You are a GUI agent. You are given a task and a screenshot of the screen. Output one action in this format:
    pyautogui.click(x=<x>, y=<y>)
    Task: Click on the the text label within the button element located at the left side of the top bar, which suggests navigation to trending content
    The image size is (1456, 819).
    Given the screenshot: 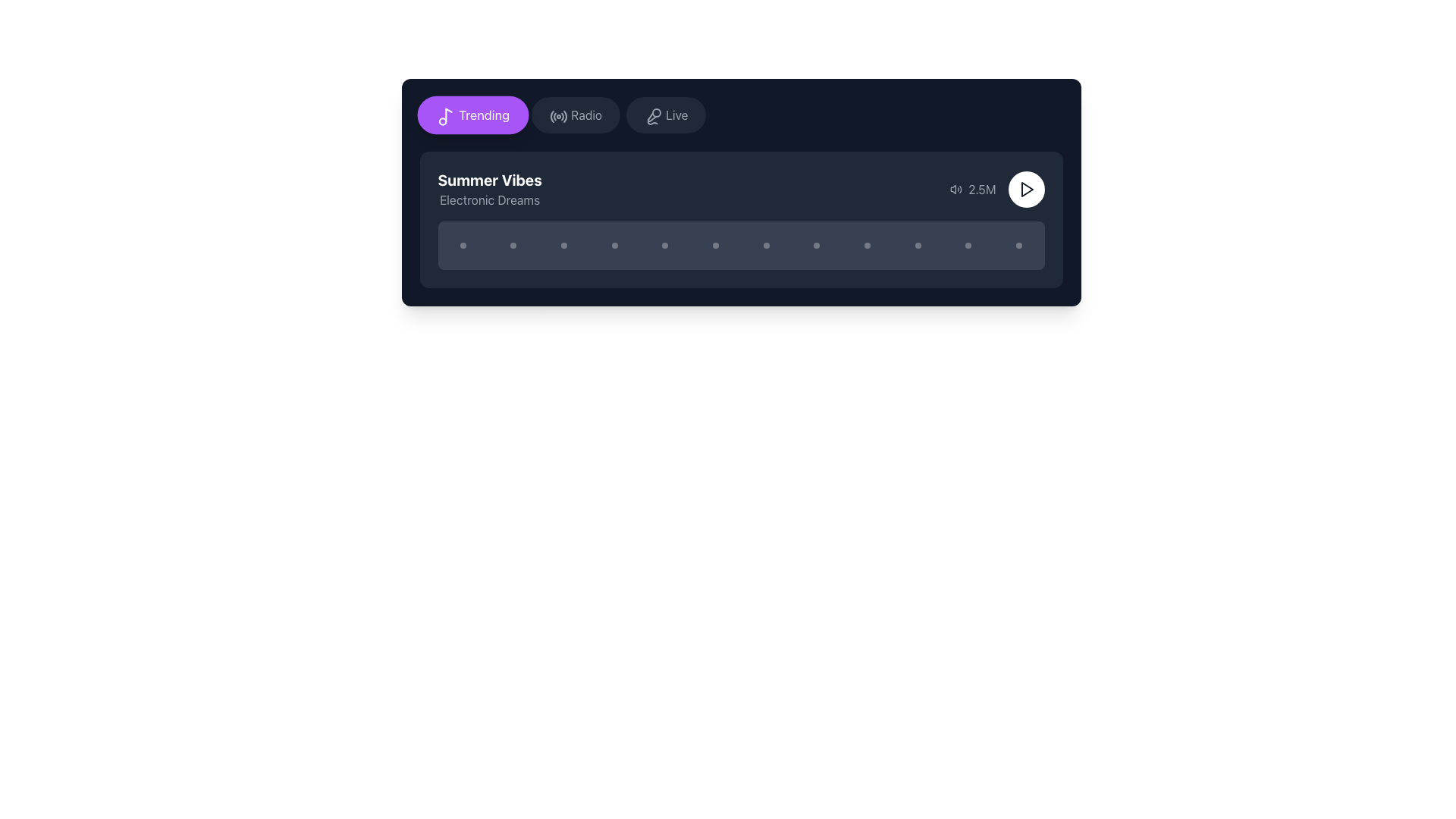 What is the action you would take?
    pyautogui.click(x=483, y=114)
    